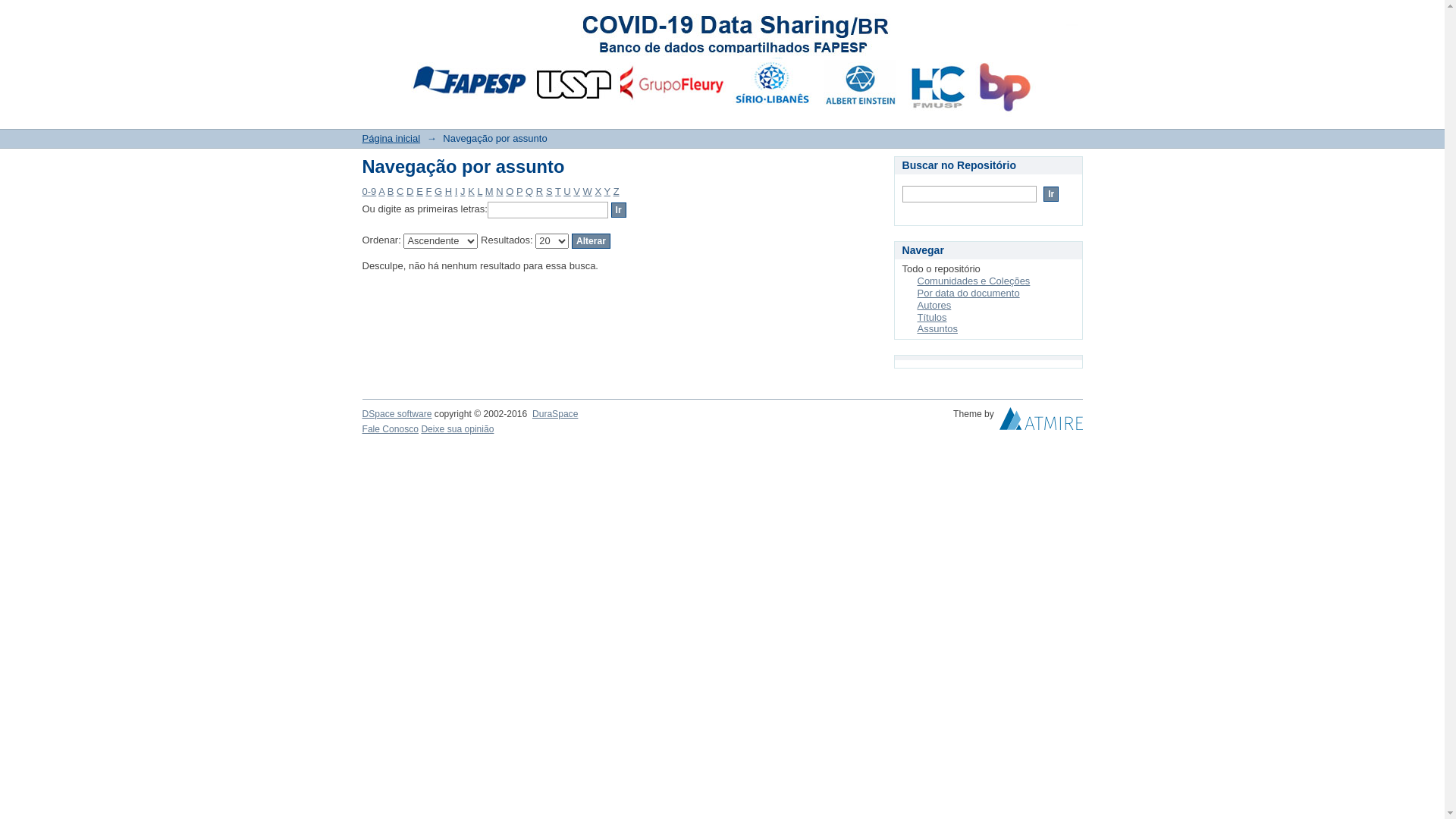 This screenshot has width=1456, height=819. What do you see at coordinates (597, 190) in the screenshot?
I see `'X'` at bounding box center [597, 190].